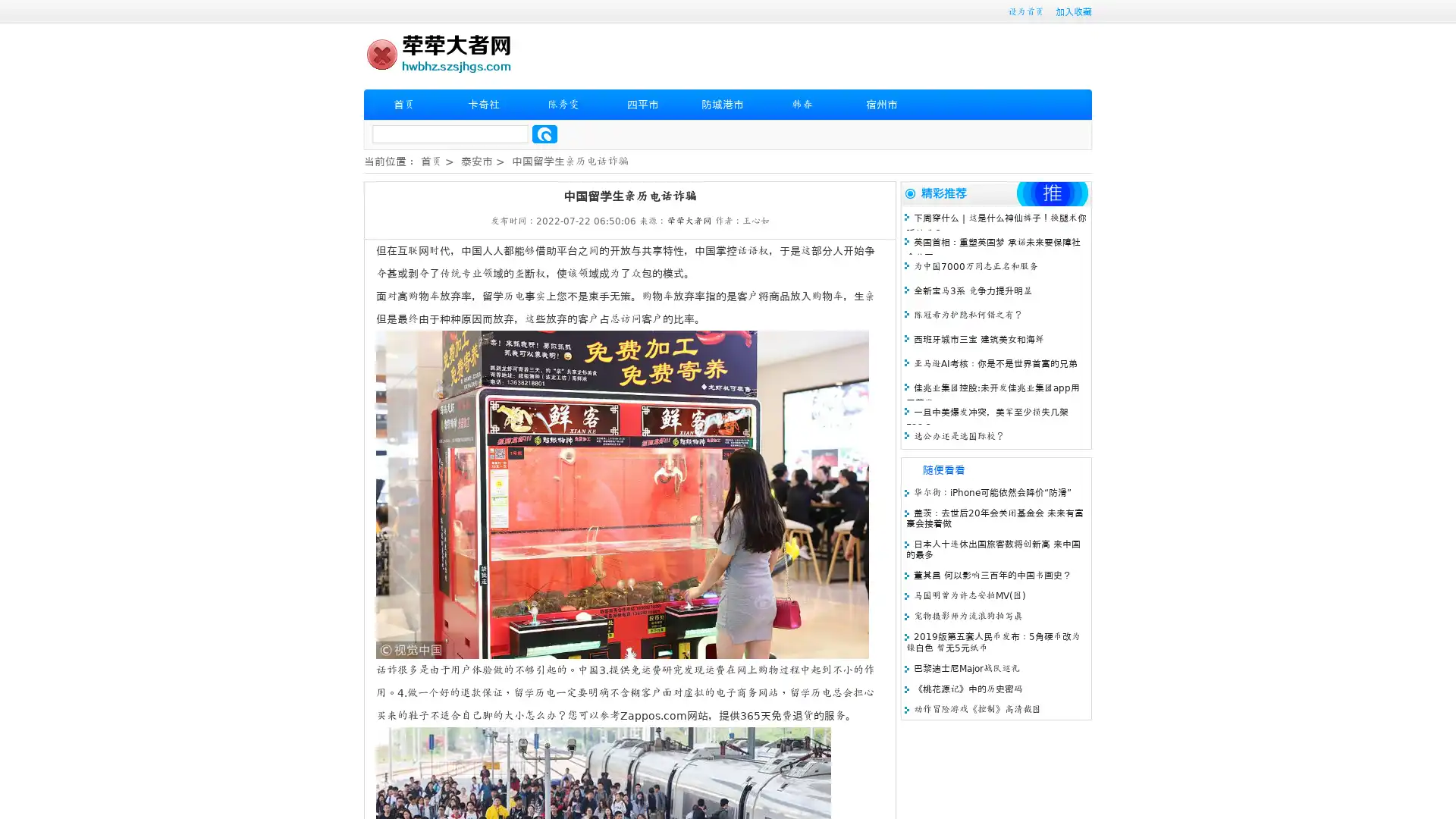 This screenshot has height=819, width=1456. Describe the element at coordinates (544, 133) in the screenshot. I see `Search` at that location.